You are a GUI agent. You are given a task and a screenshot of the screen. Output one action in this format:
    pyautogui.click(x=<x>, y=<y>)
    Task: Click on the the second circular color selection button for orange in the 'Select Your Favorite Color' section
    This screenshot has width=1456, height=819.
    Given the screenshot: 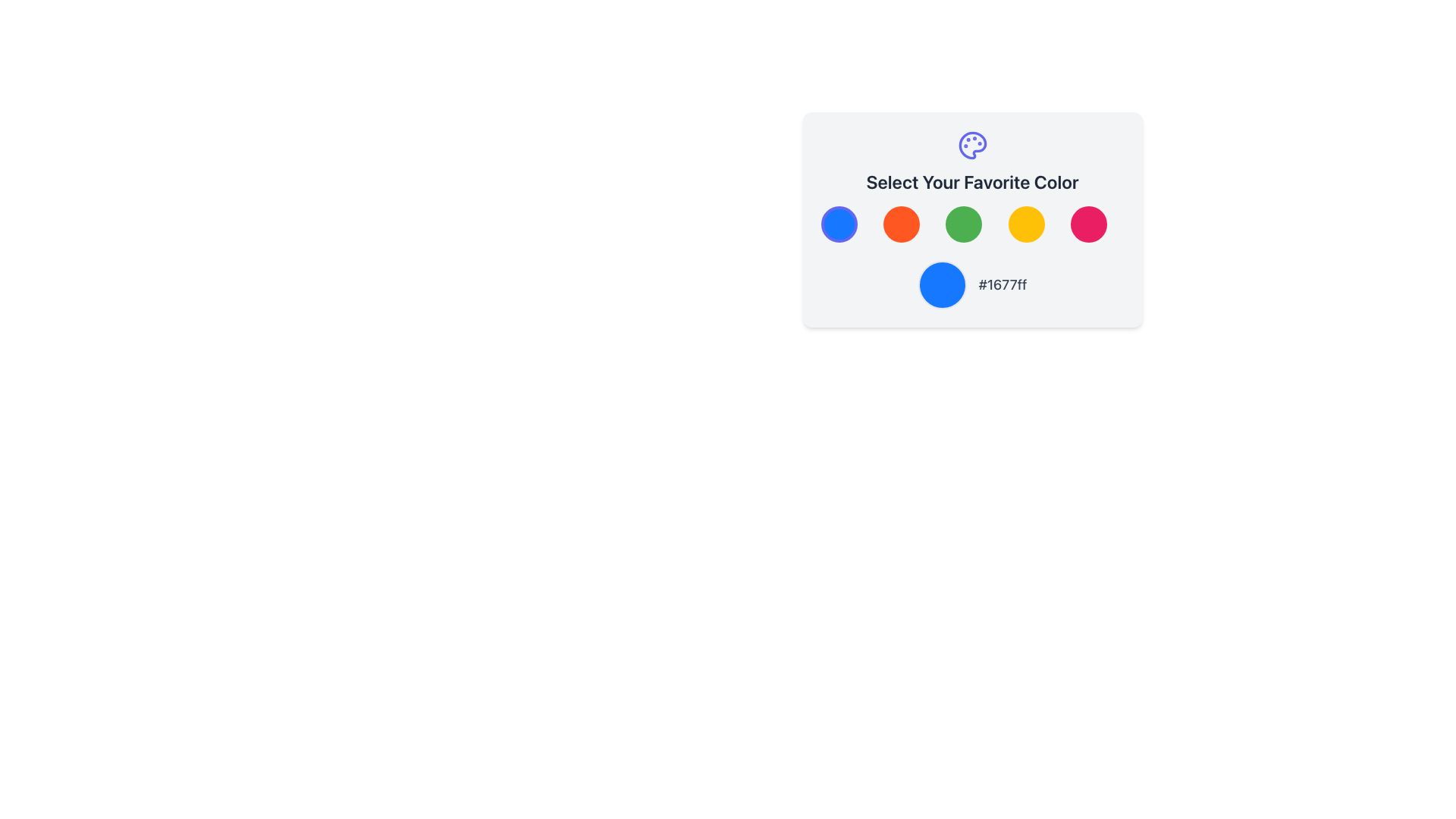 What is the action you would take?
    pyautogui.click(x=901, y=224)
    